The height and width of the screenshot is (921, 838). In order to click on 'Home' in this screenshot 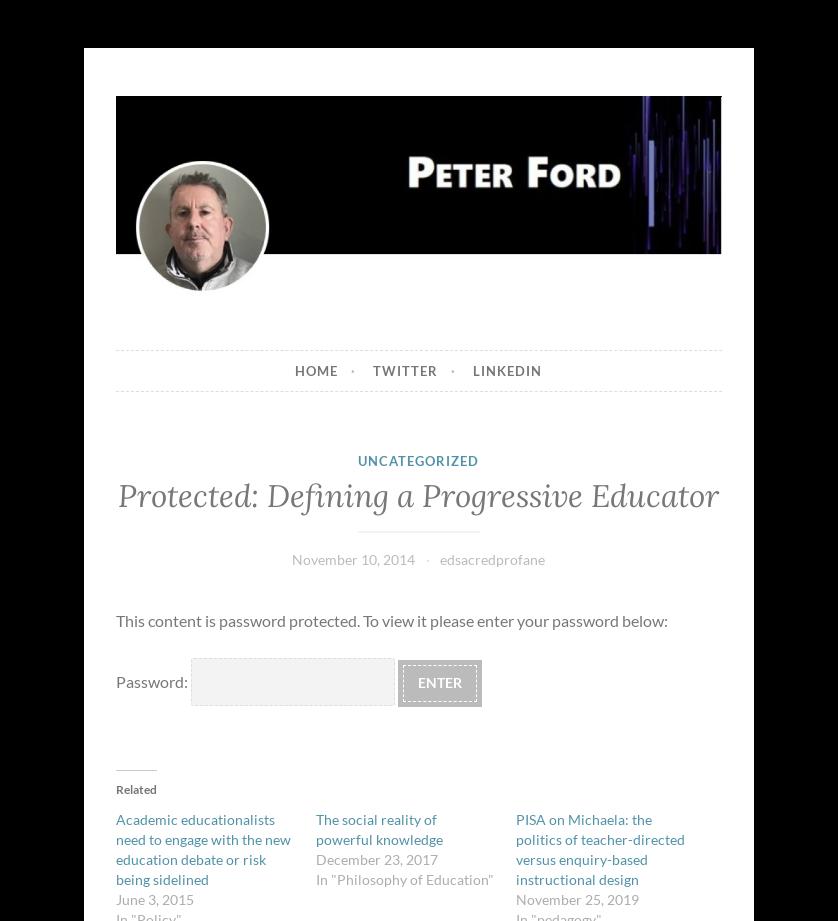, I will do `click(315, 369)`.